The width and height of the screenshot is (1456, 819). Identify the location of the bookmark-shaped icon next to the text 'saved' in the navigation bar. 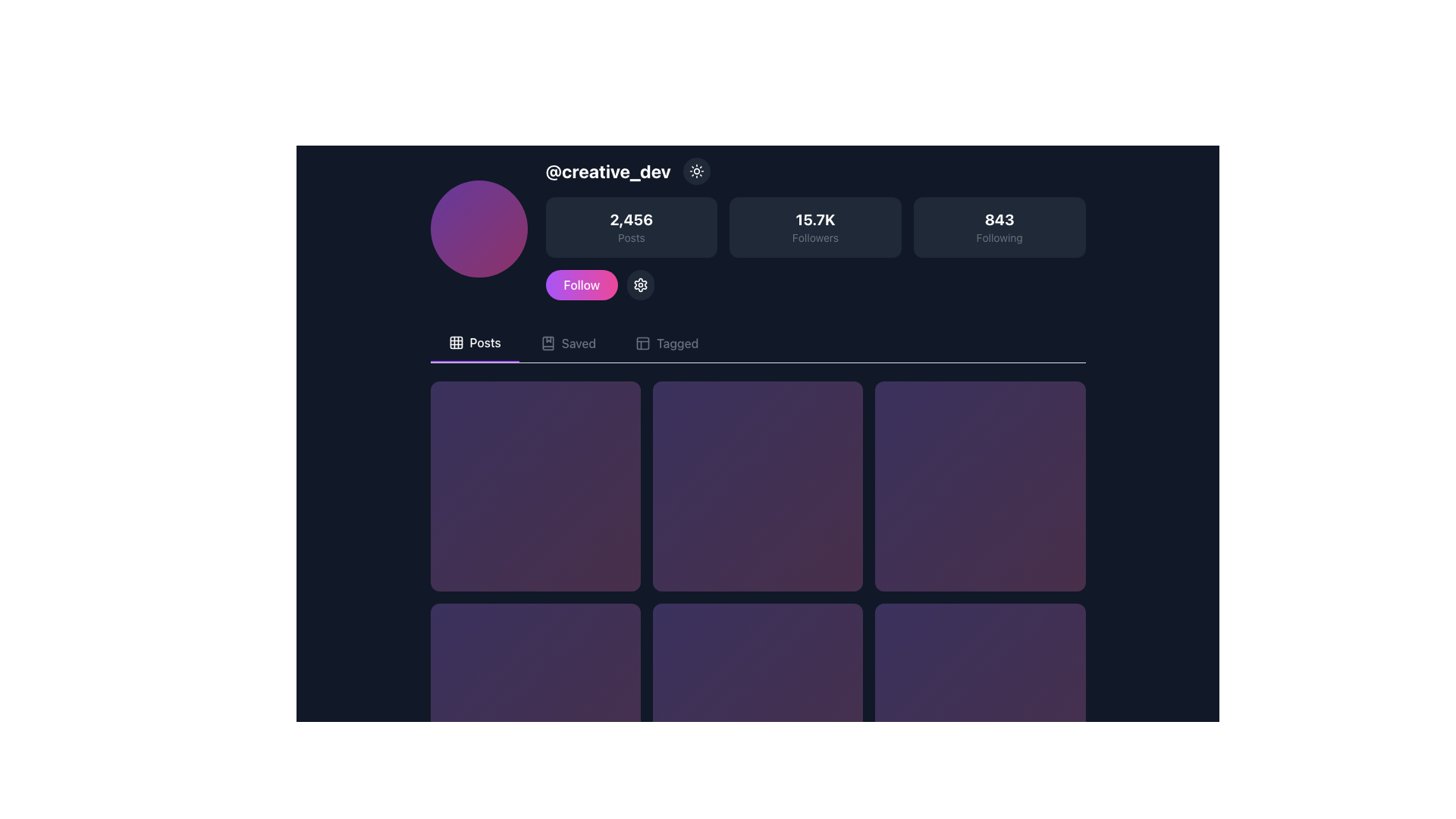
(547, 343).